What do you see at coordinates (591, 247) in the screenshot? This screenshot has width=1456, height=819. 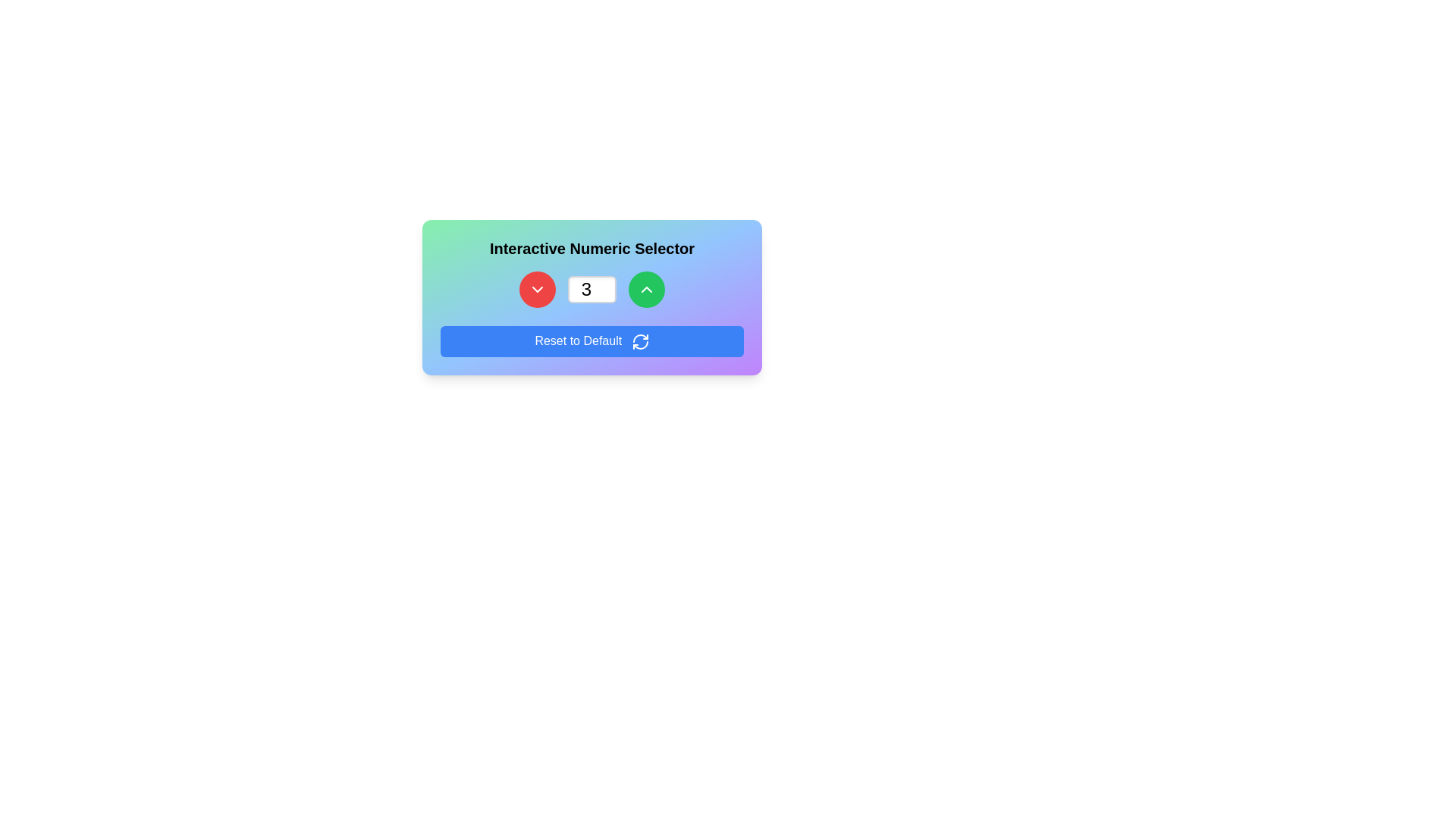 I see `the title text element that provides context for the interactive section below it` at bounding box center [591, 247].